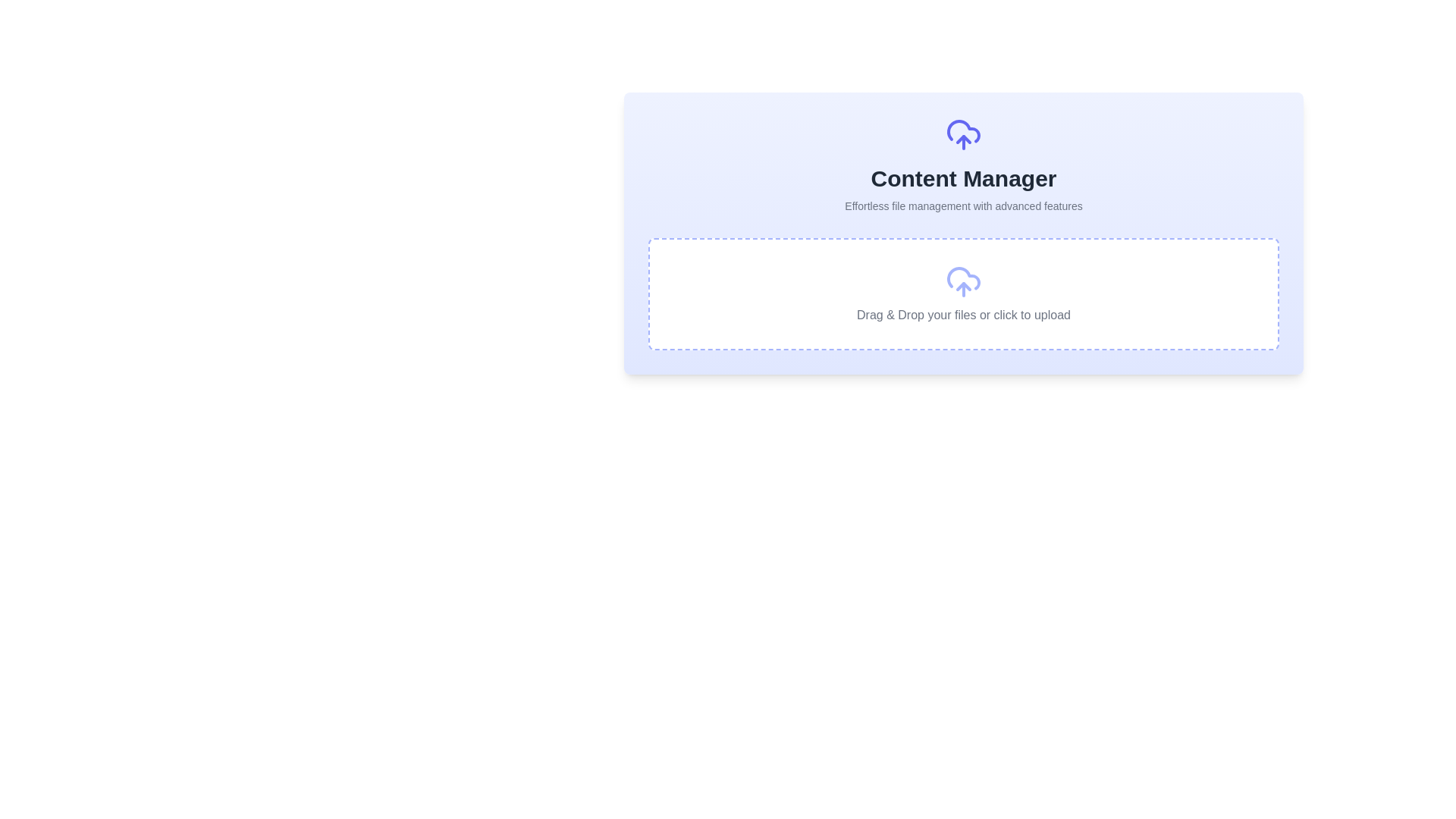 The height and width of the screenshot is (819, 1456). I want to click on the upward arrow component of the cloud-upload icon, which is centered within the graphical cloud shape above the 'Content Manager' title, so click(963, 140).